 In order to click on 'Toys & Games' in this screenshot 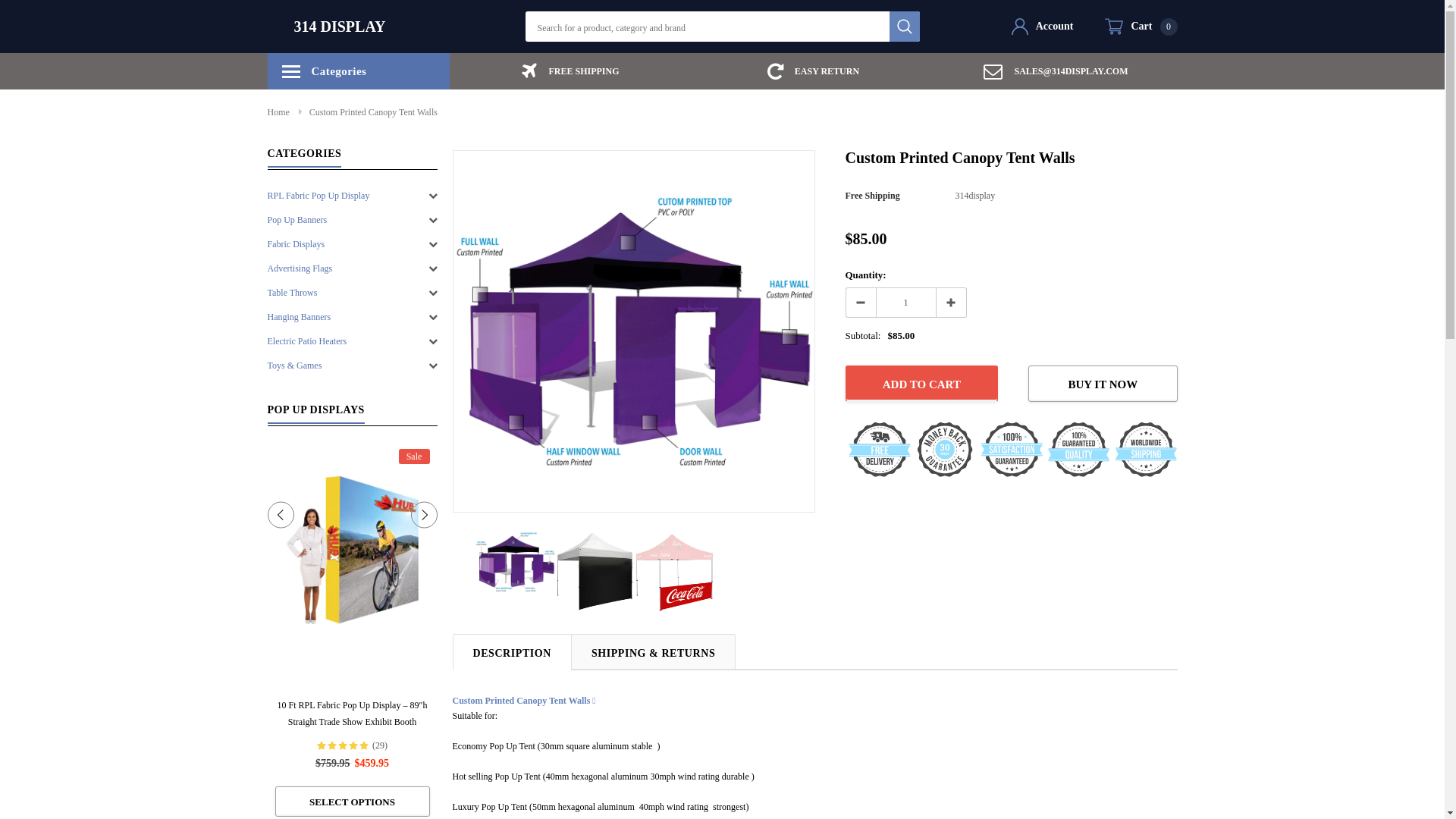, I will do `click(294, 366)`.